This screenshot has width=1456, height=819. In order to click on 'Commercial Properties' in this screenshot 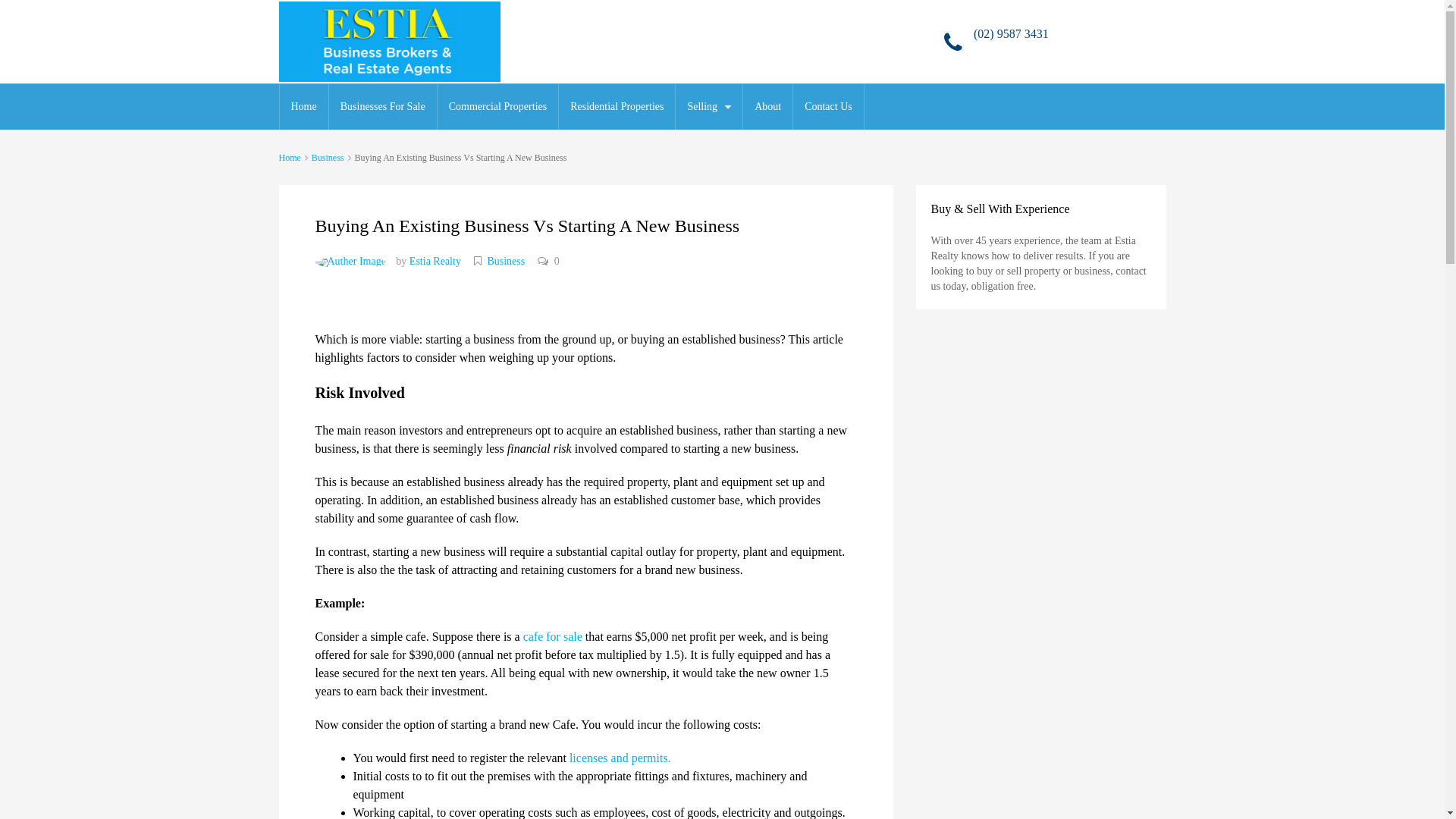, I will do `click(436, 106)`.